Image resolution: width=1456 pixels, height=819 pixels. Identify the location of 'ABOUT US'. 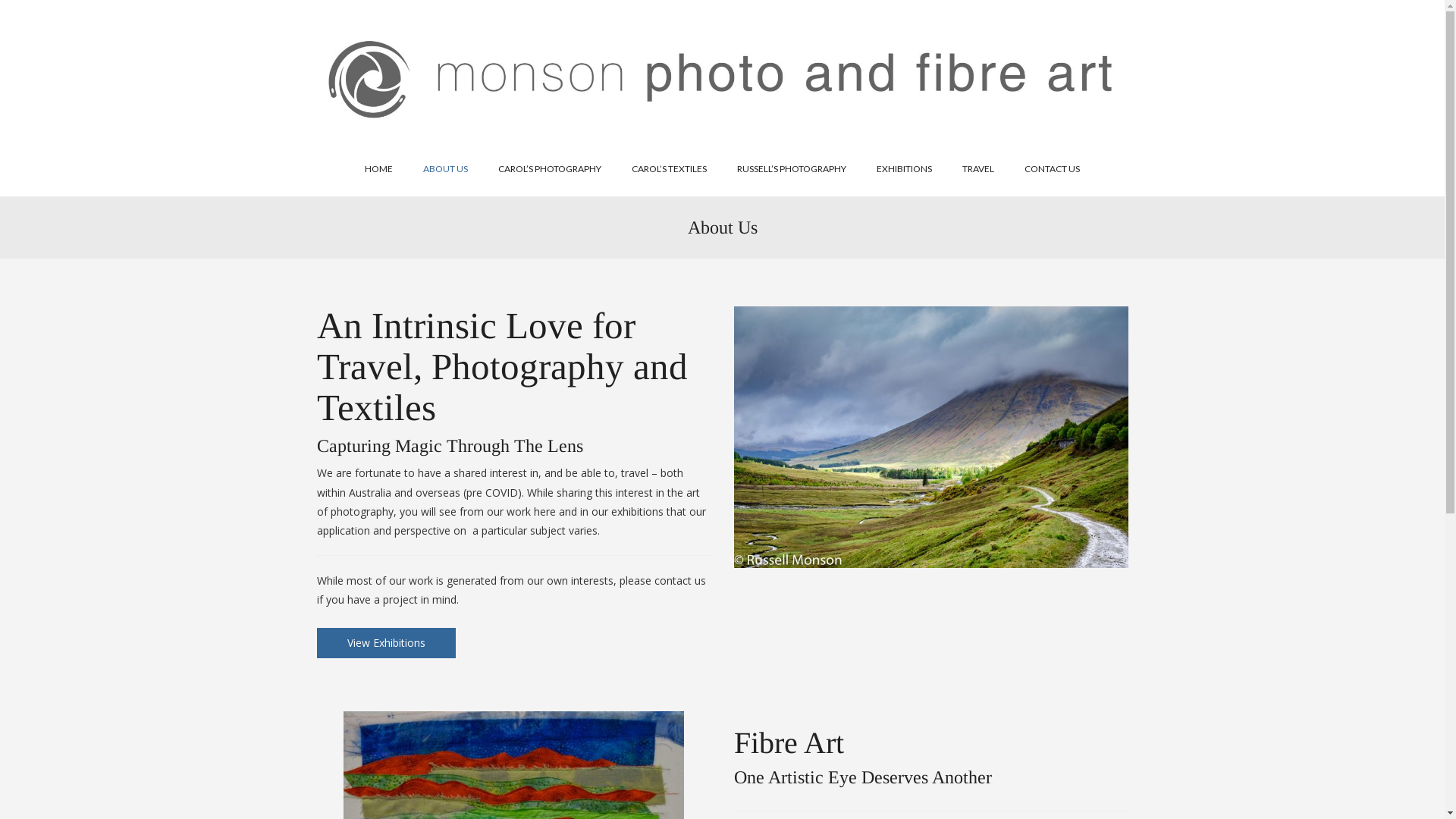
(444, 169).